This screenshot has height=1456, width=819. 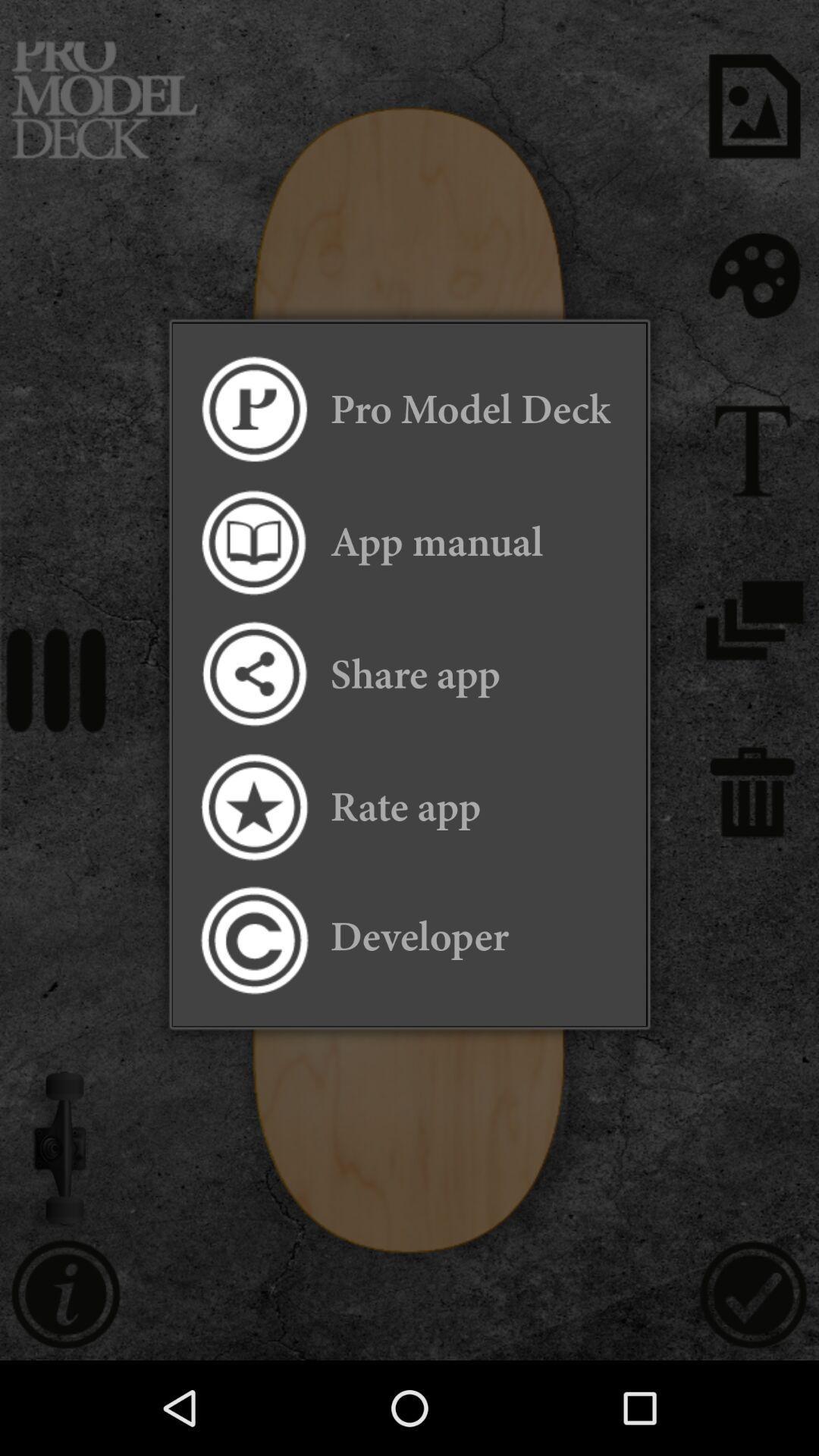 I want to click on share the app, so click(x=253, y=673).